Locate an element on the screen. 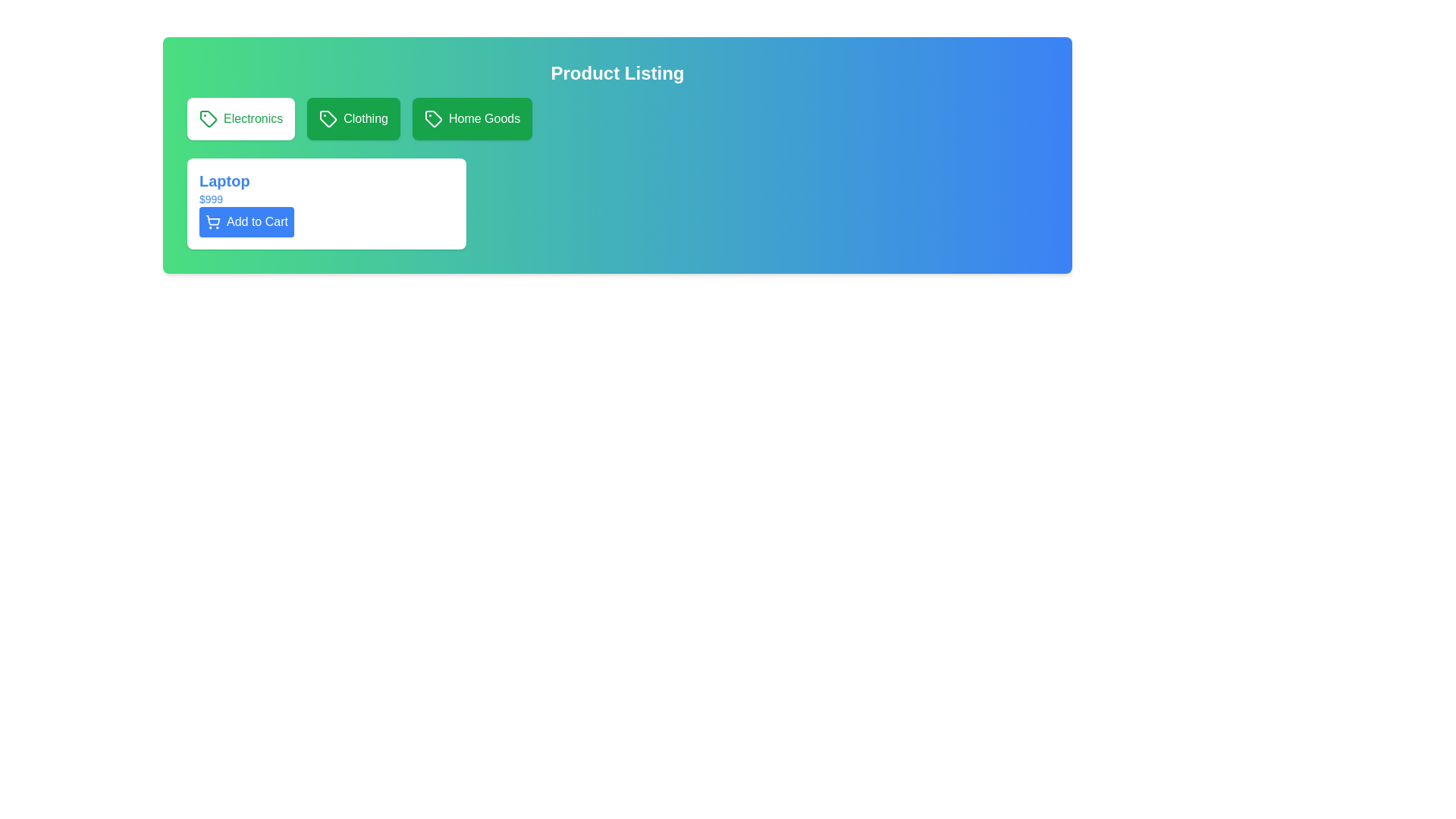 The height and width of the screenshot is (819, 1456). the 'Home Goods' button, which is a rectangular button with a green background and a price tag icon, to activate its hover effect is located at coordinates (472, 118).